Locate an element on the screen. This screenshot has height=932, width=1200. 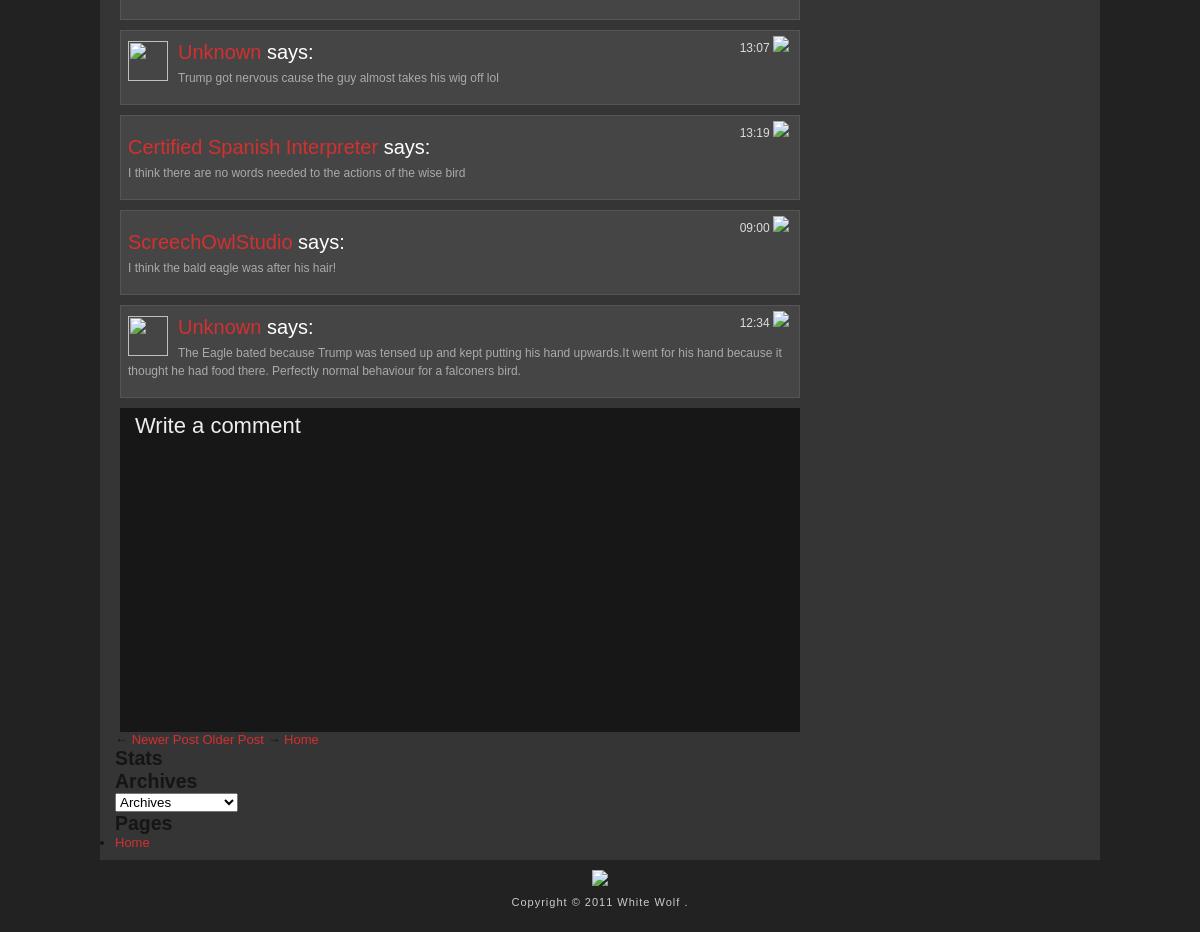
'Older Post' is located at coordinates (200, 737).